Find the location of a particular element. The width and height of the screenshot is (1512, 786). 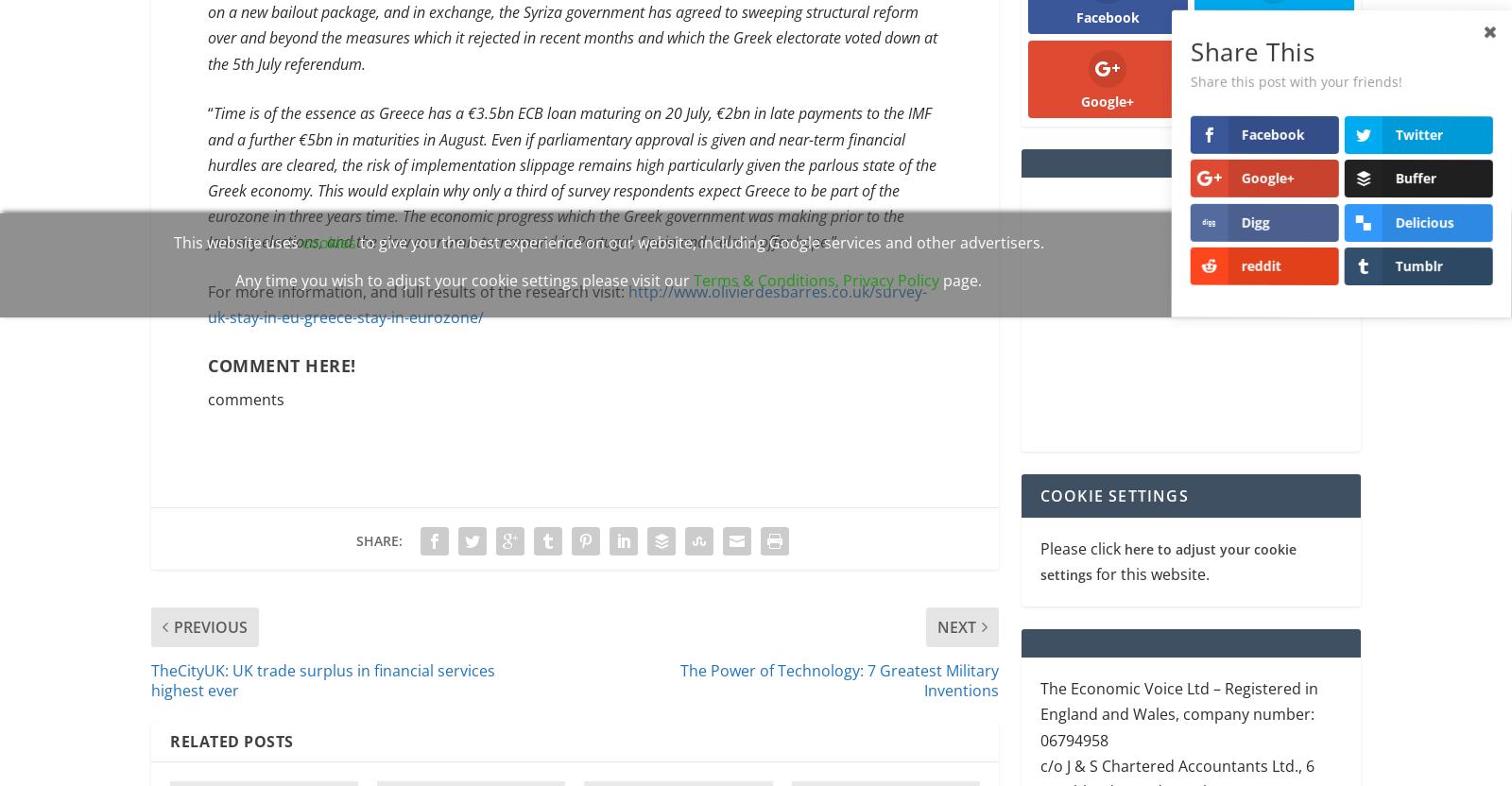

'Related Posts' is located at coordinates (231, 743).